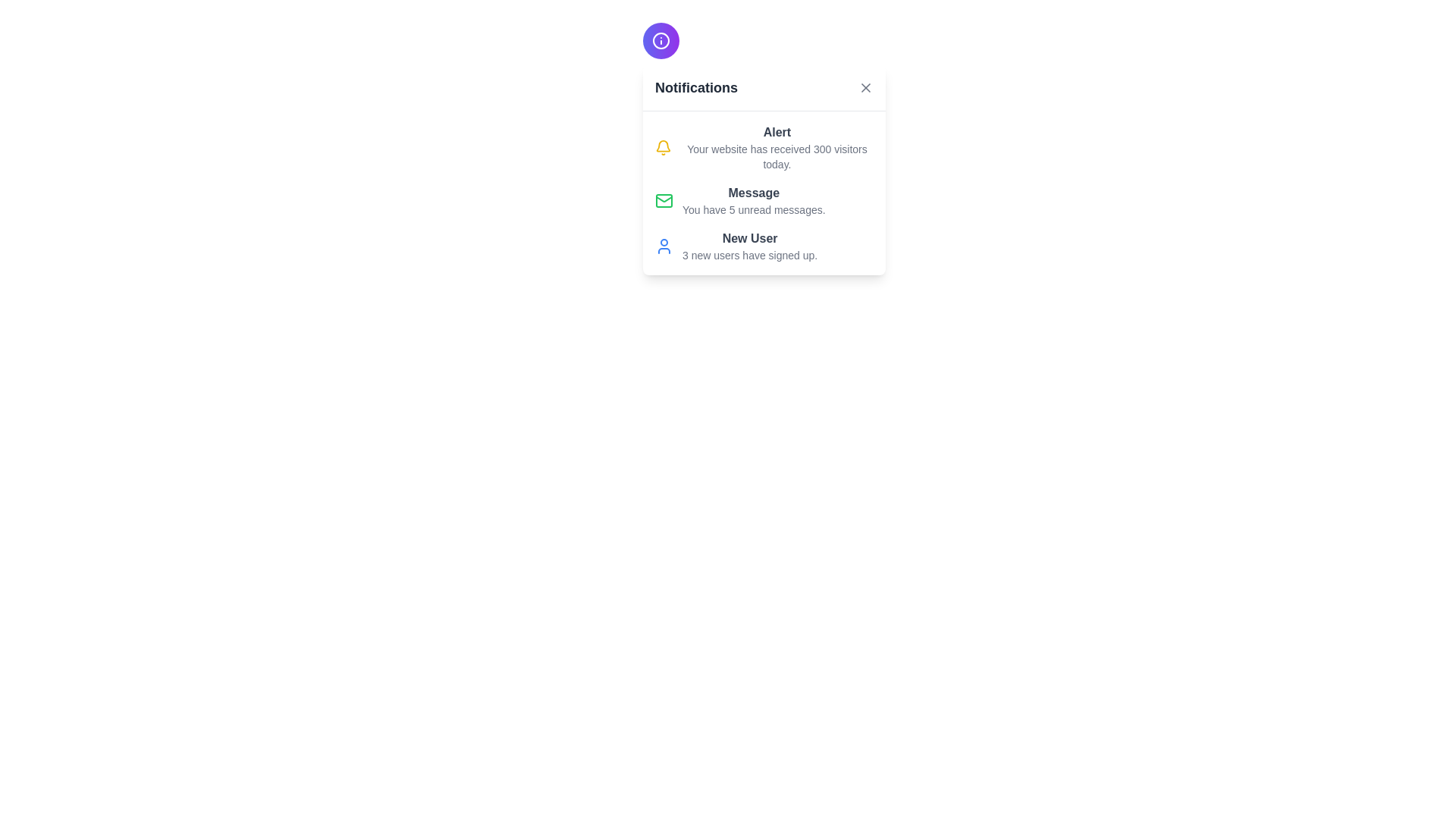  I want to click on the text label displaying 'You have 5 unread messages.' located below the 'Message' label in the notifications panel, so click(754, 210).